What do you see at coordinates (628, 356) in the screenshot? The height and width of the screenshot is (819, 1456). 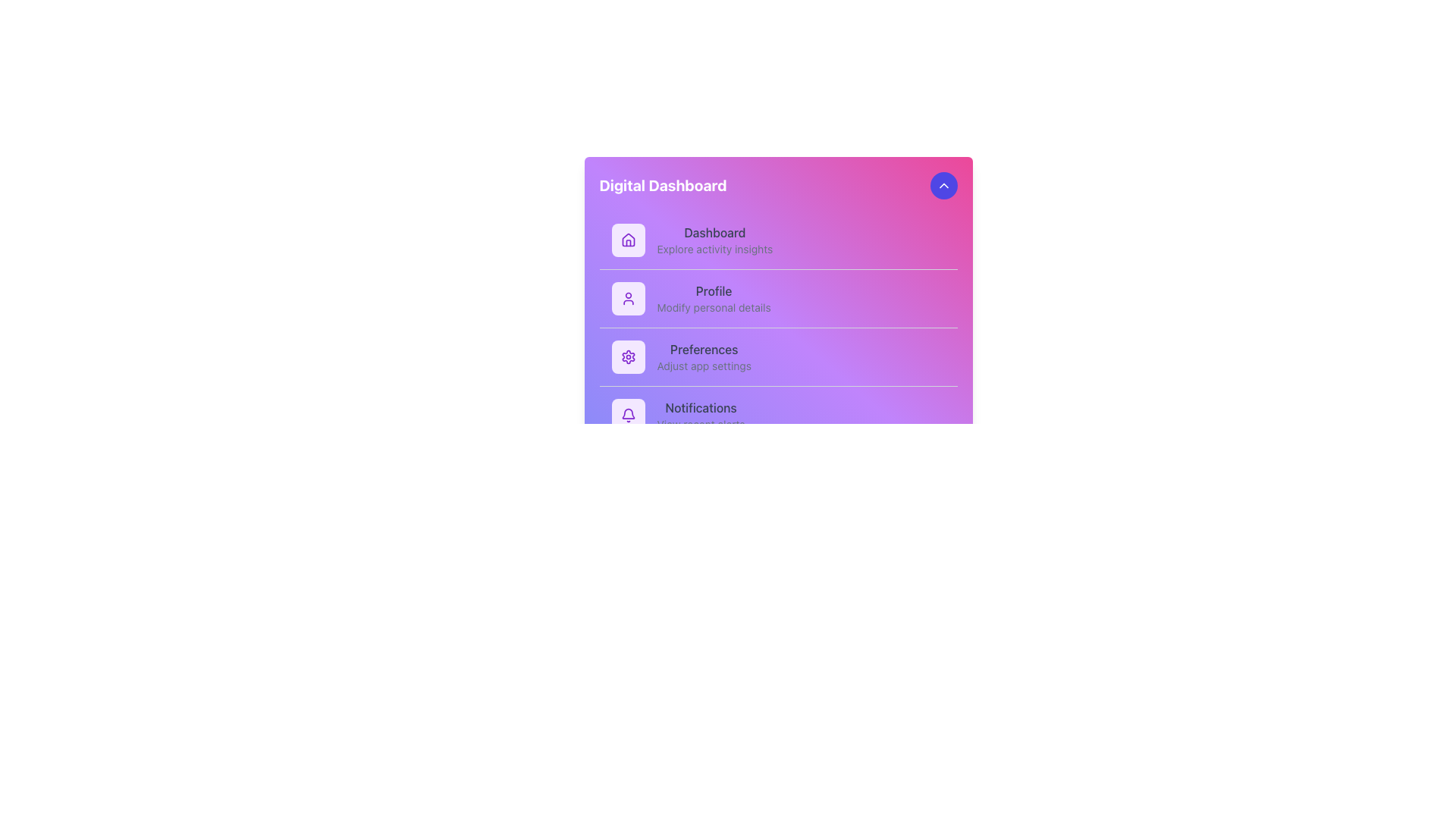 I see `the decorative icon representing 'Preferences' or 'Settings', located to the left of the text 'Preferences Adjust app settings' in the leftmost section of the 'Preferences' menu option` at bounding box center [628, 356].